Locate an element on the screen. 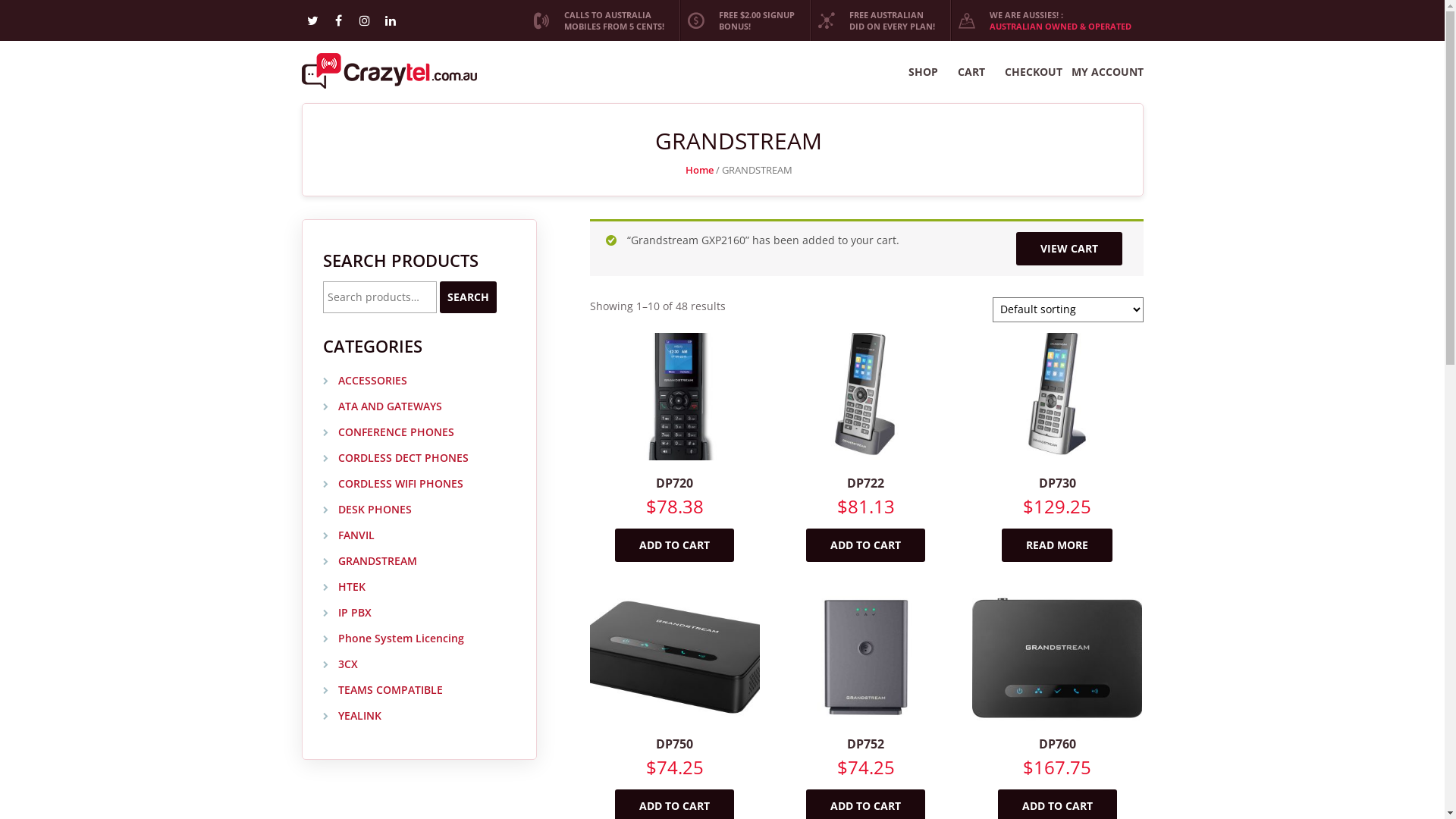 This screenshot has height=819, width=1456. 'HTEK' is located at coordinates (344, 586).